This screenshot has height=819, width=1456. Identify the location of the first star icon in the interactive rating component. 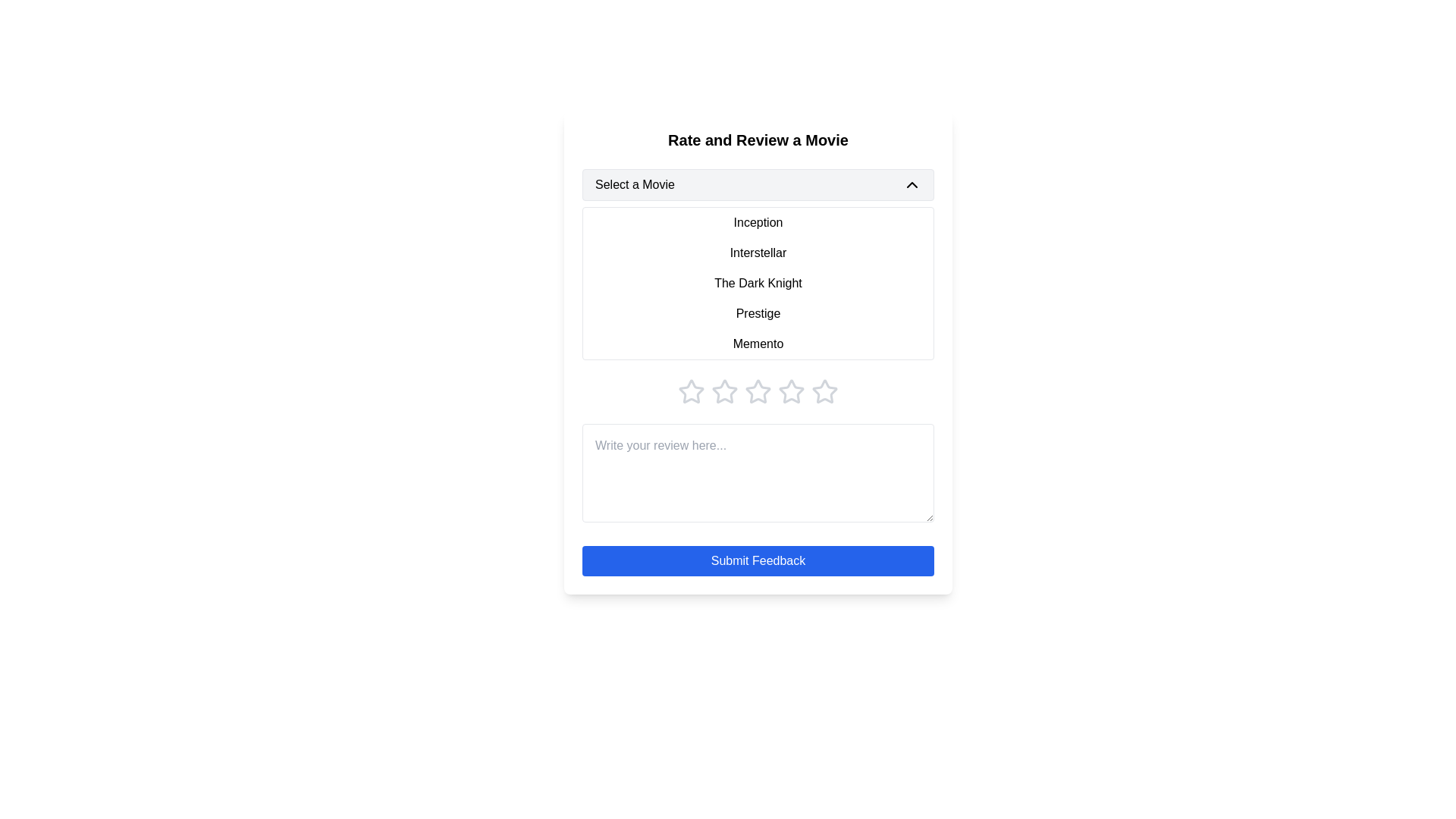
(691, 391).